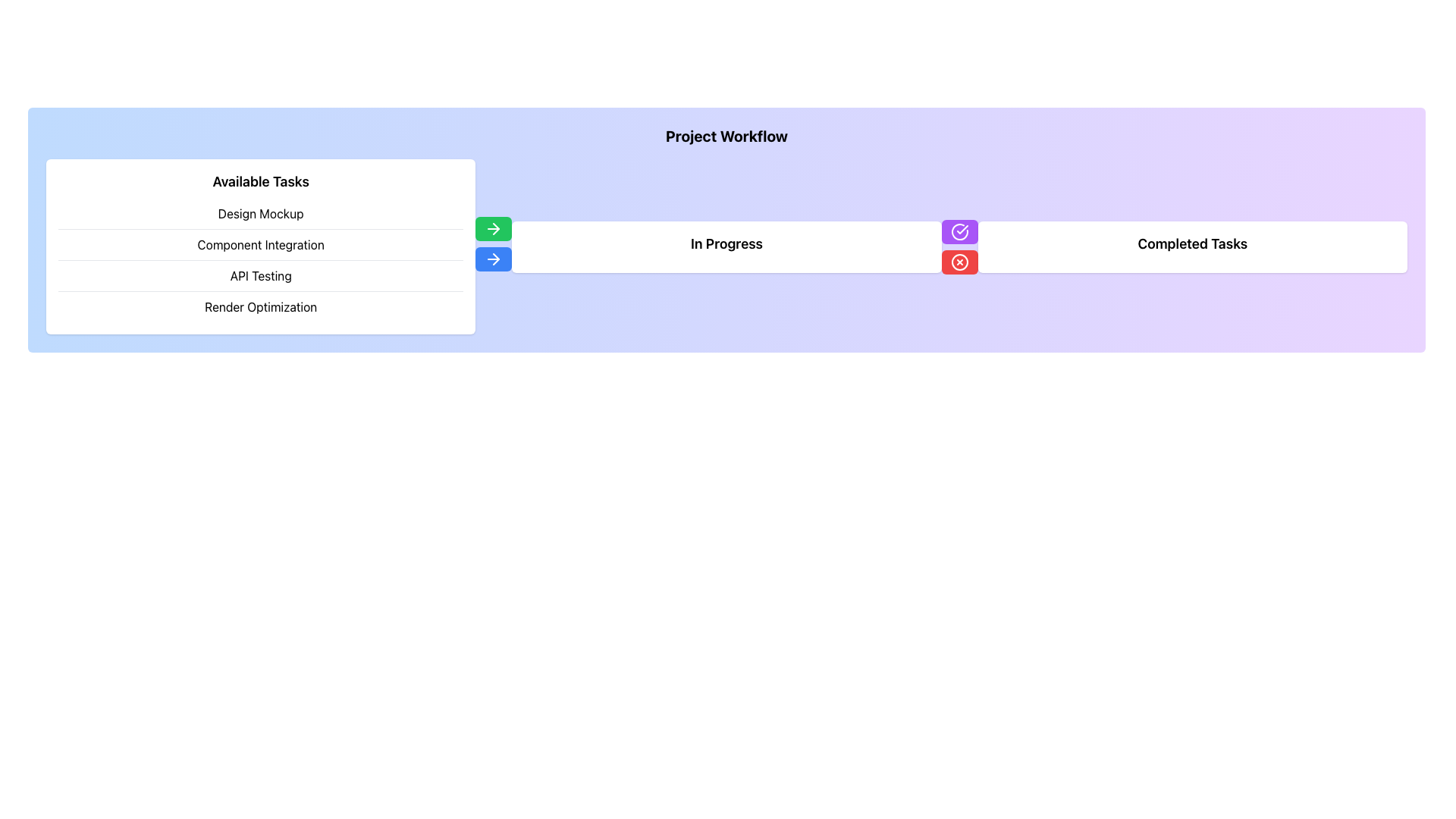 Image resolution: width=1456 pixels, height=819 pixels. What do you see at coordinates (959, 231) in the screenshot?
I see `the completion SVG-icon located in the second column of the workflow interface under the 'In Progress' section` at bounding box center [959, 231].